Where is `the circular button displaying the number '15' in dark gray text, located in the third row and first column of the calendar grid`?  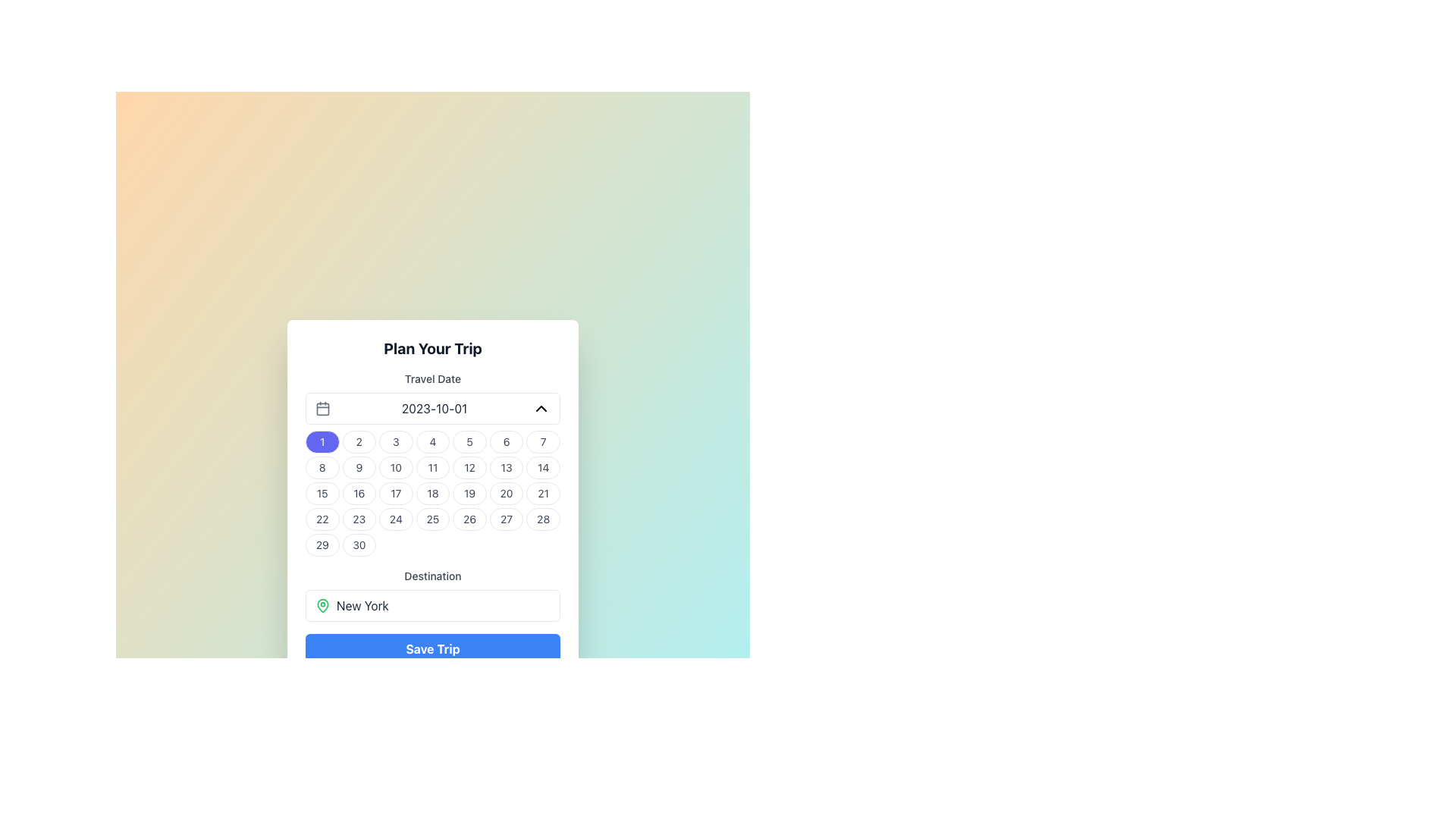 the circular button displaying the number '15' in dark gray text, located in the third row and first column of the calendar grid is located at coordinates (322, 494).